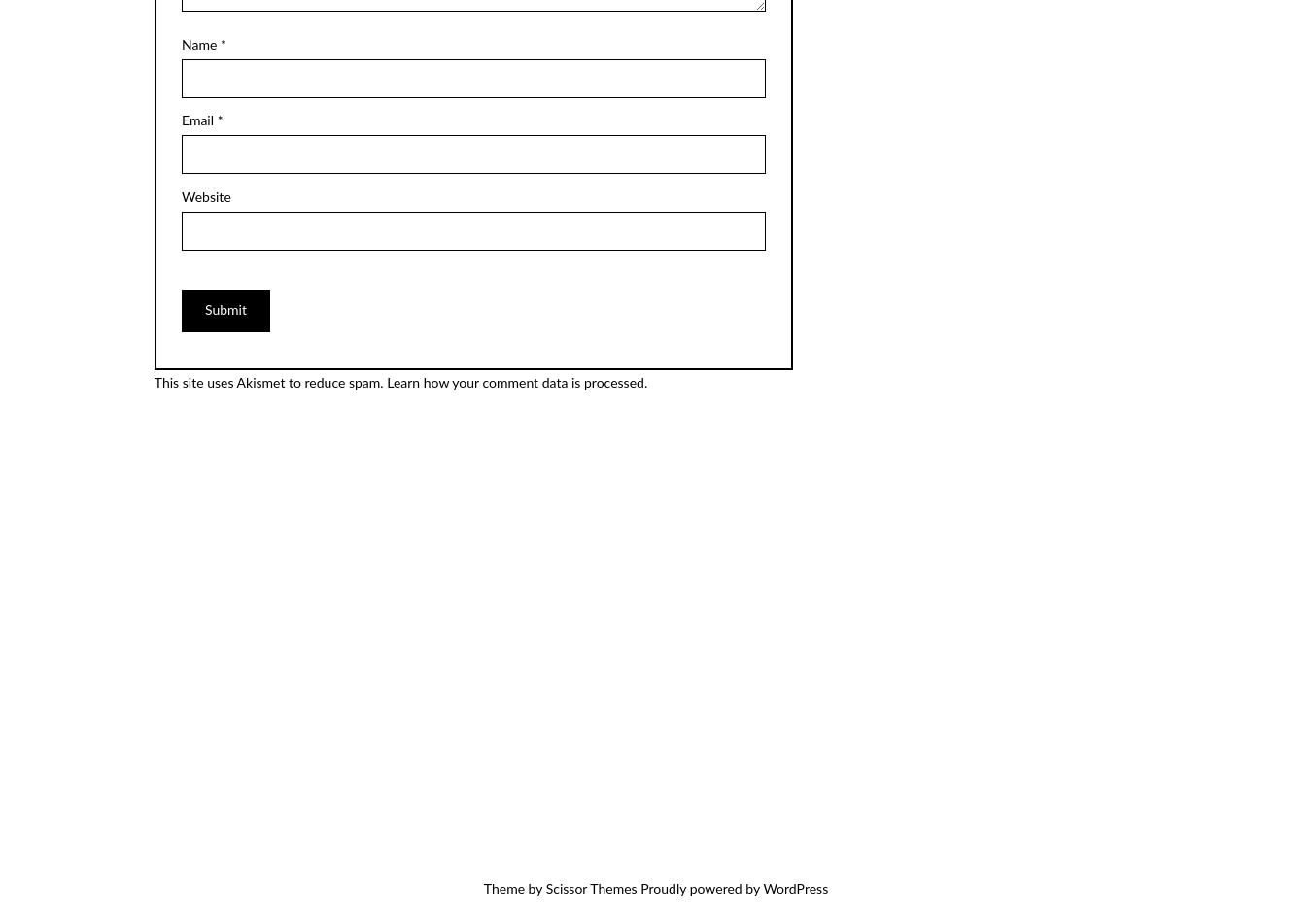 The image size is (1312, 924). What do you see at coordinates (181, 120) in the screenshot?
I see `'Email'` at bounding box center [181, 120].